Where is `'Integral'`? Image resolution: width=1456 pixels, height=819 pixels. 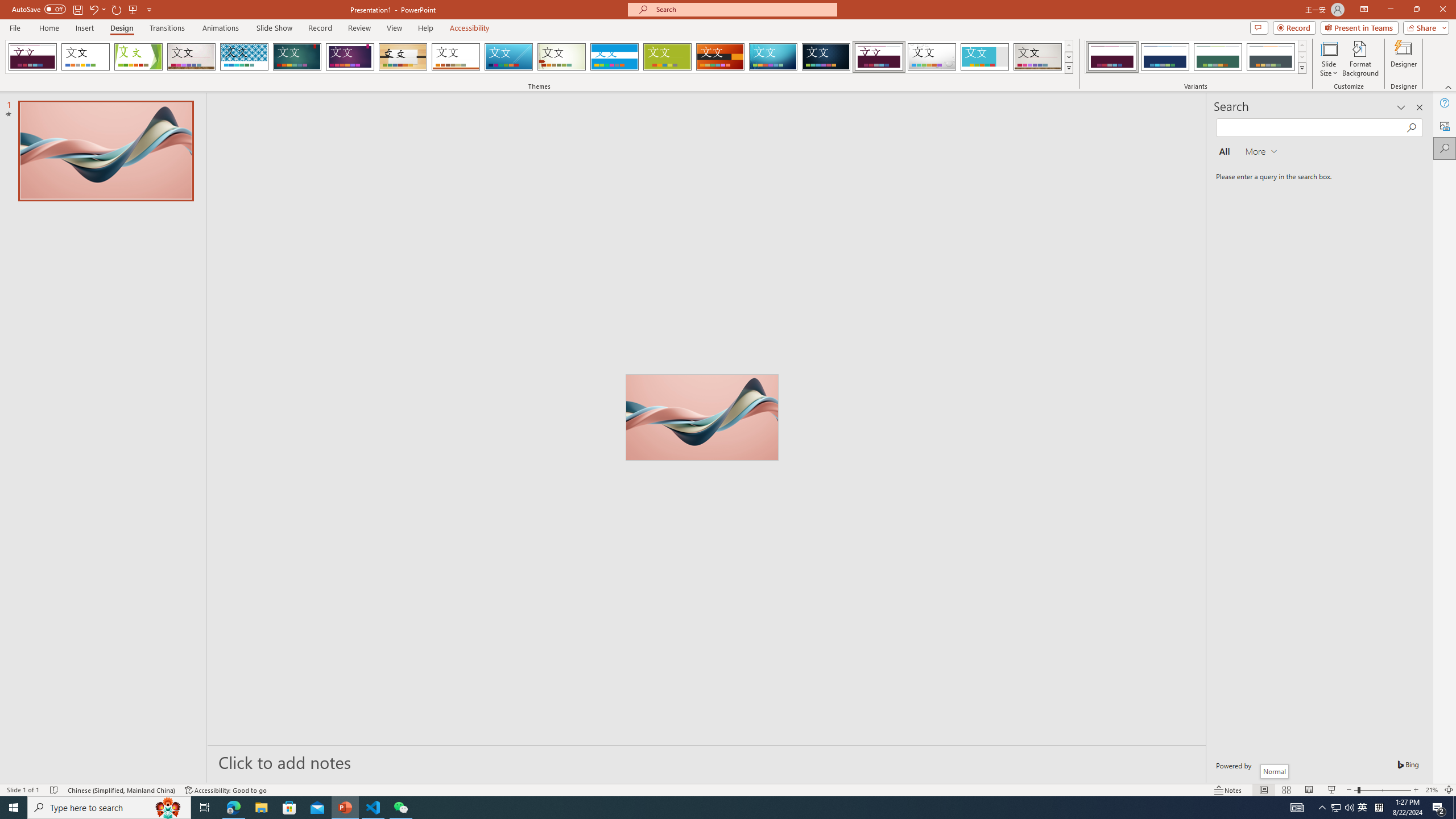
'Integral' is located at coordinates (244, 56).